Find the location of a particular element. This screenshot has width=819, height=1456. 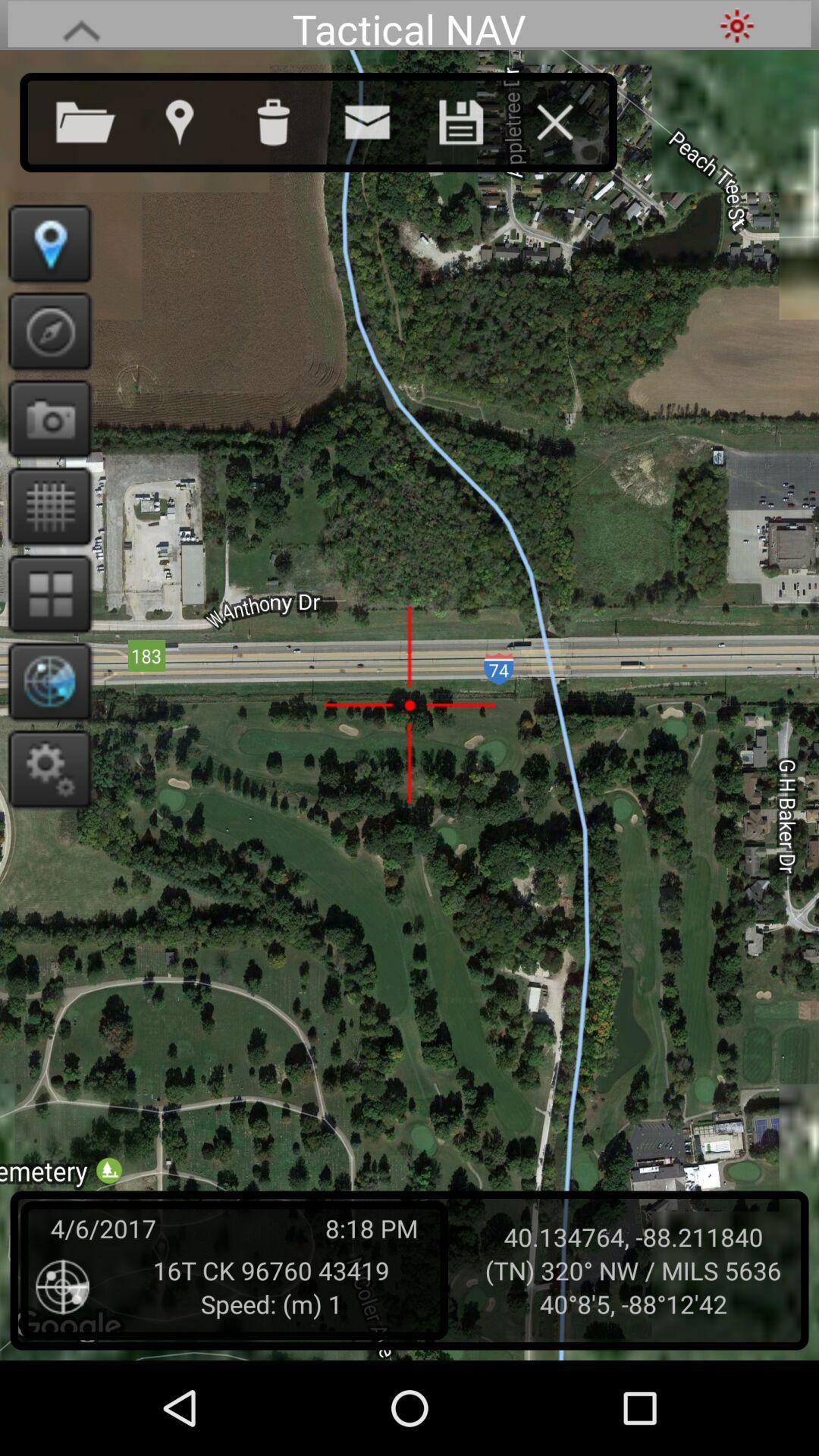

the email icon is located at coordinates (381, 127).